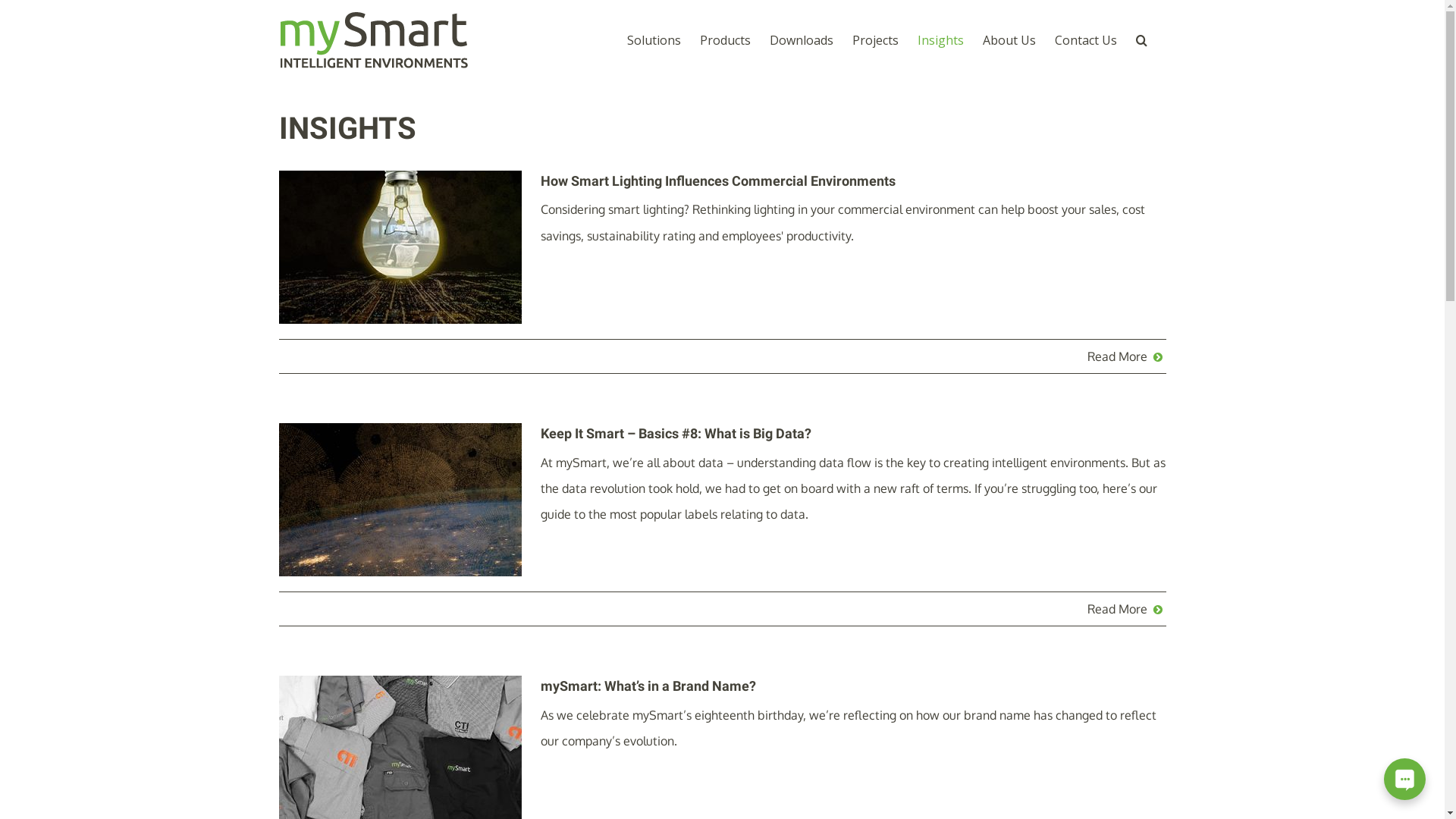 The width and height of the screenshot is (1456, 819). Describe the element at coordinates (768, 39) in the screenshot. I see `'Downloads'` at that location.